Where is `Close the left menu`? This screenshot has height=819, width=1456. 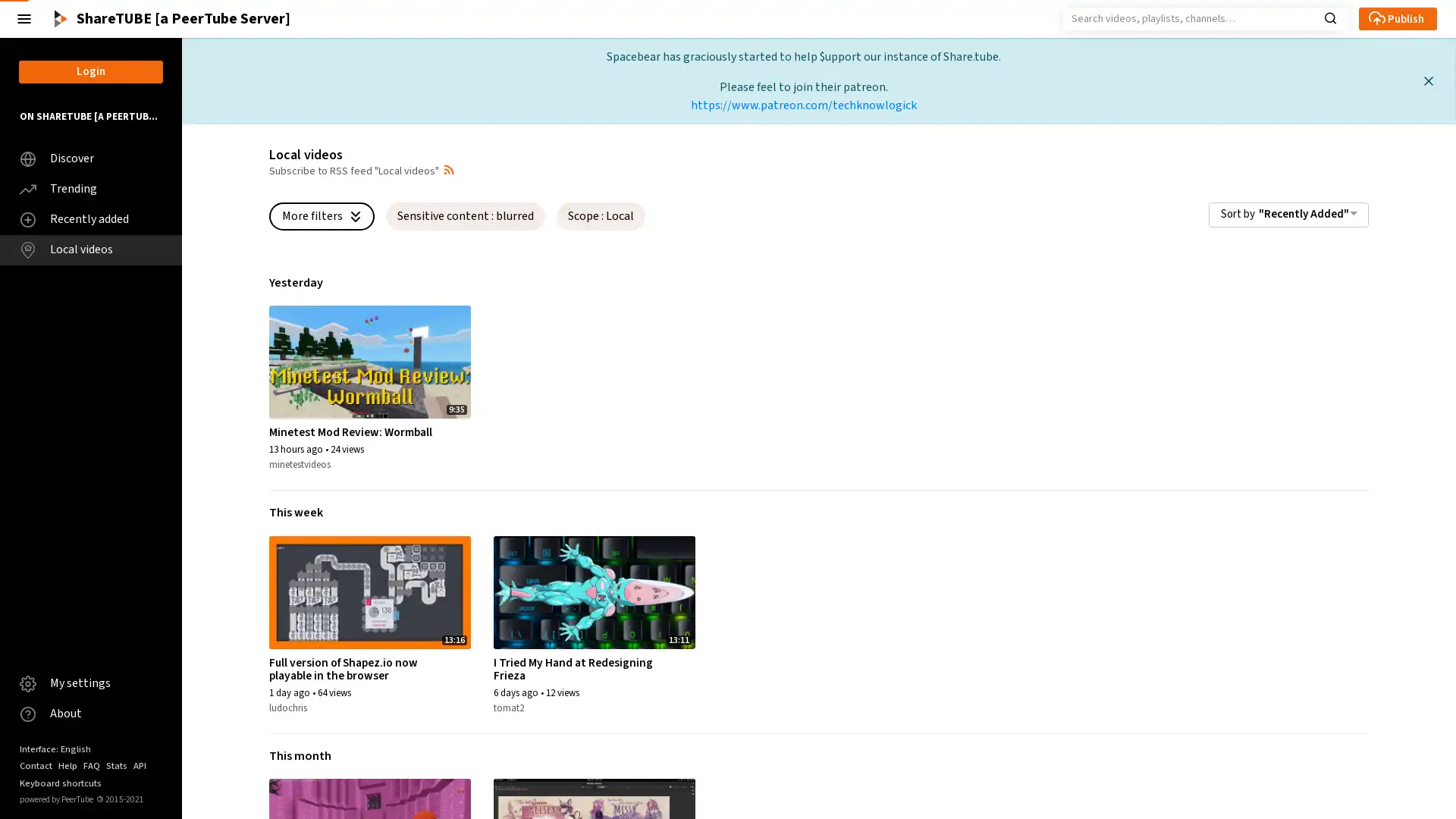 Close the left menu is located at coordinates (24, 18).